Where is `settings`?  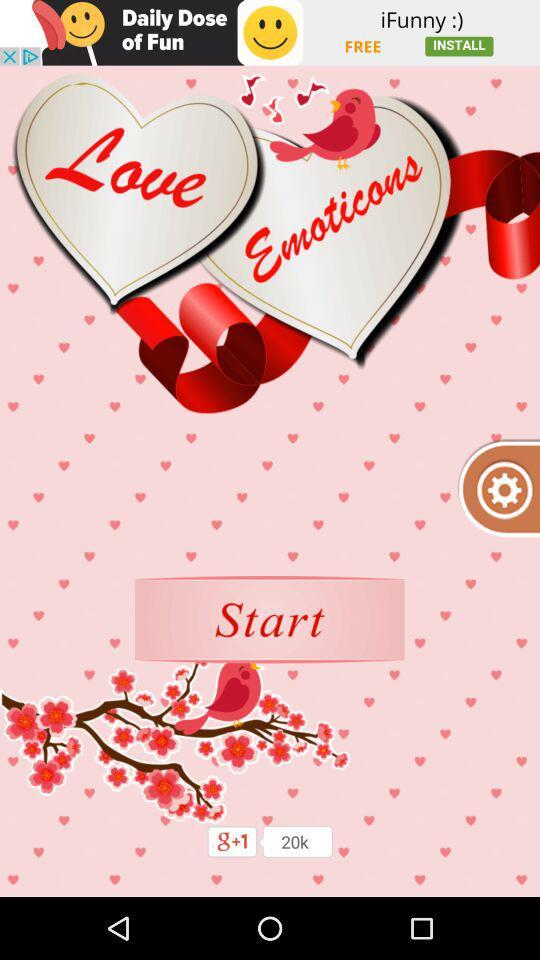
settings is located at coordinates (497, 487).